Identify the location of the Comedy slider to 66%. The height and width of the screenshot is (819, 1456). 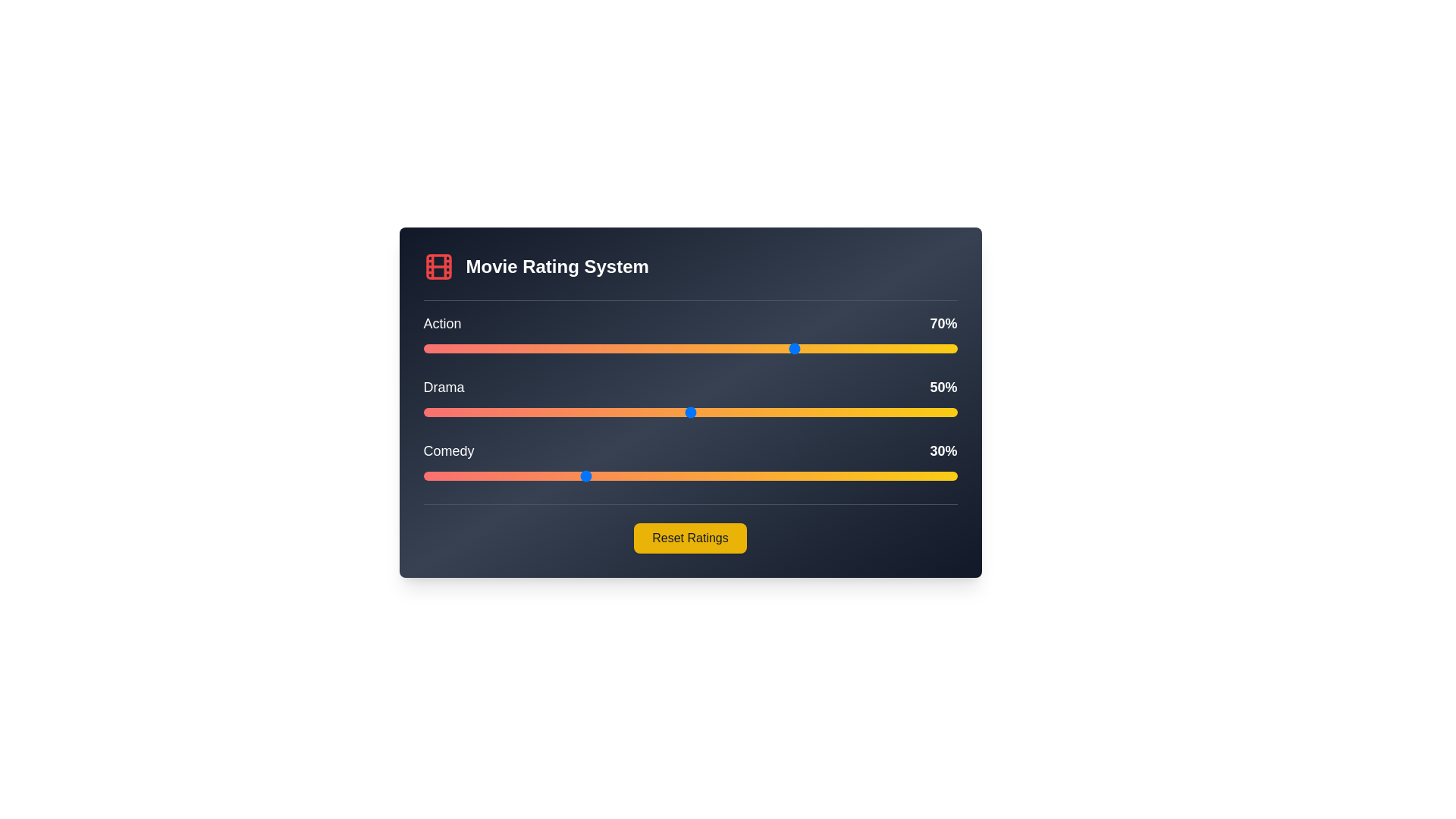
(776, 475).